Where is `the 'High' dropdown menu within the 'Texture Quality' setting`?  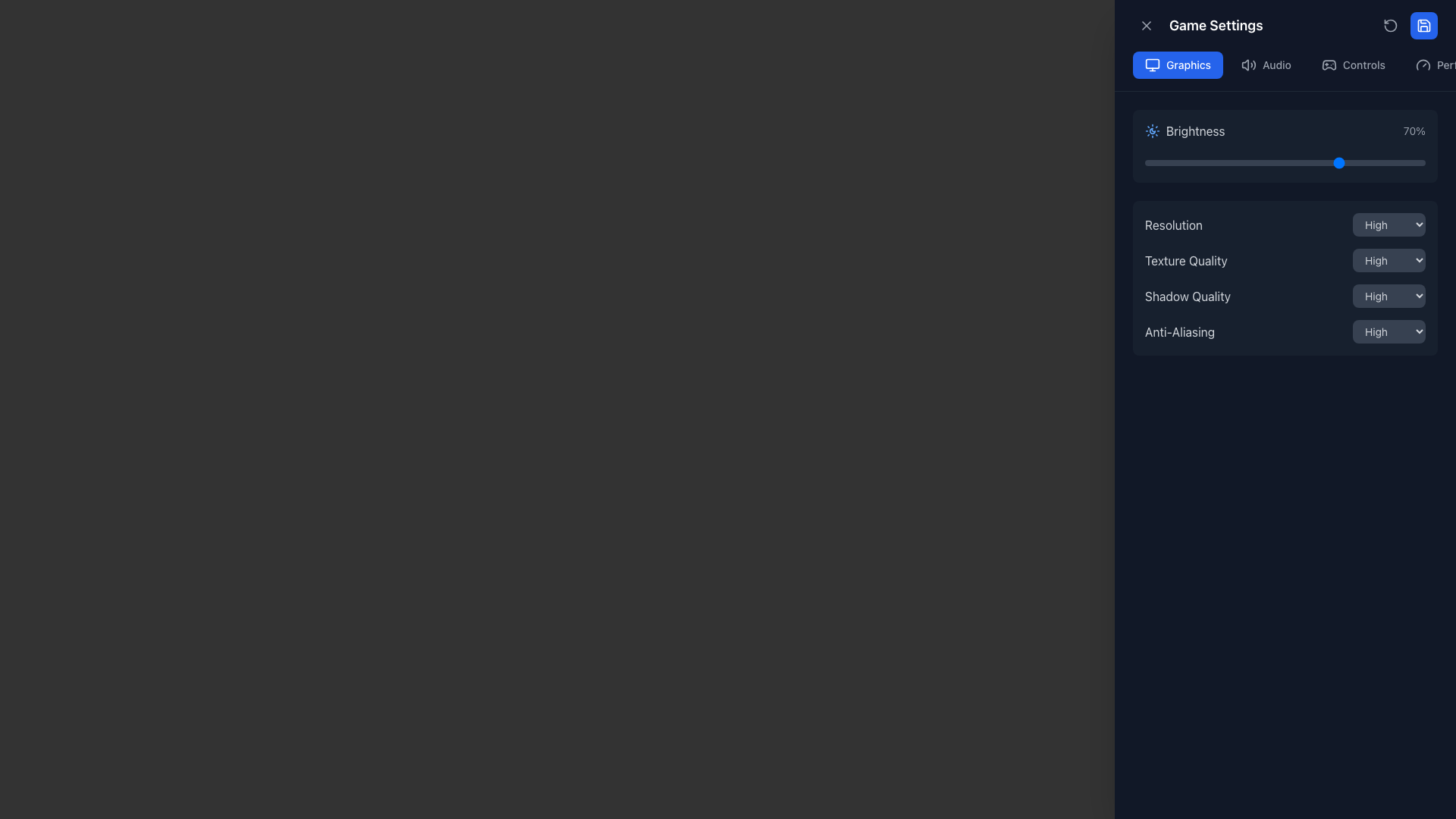 the 'High' dropdown menu within the 'Texture Quality' setting is located at coordinates (1389, 259).